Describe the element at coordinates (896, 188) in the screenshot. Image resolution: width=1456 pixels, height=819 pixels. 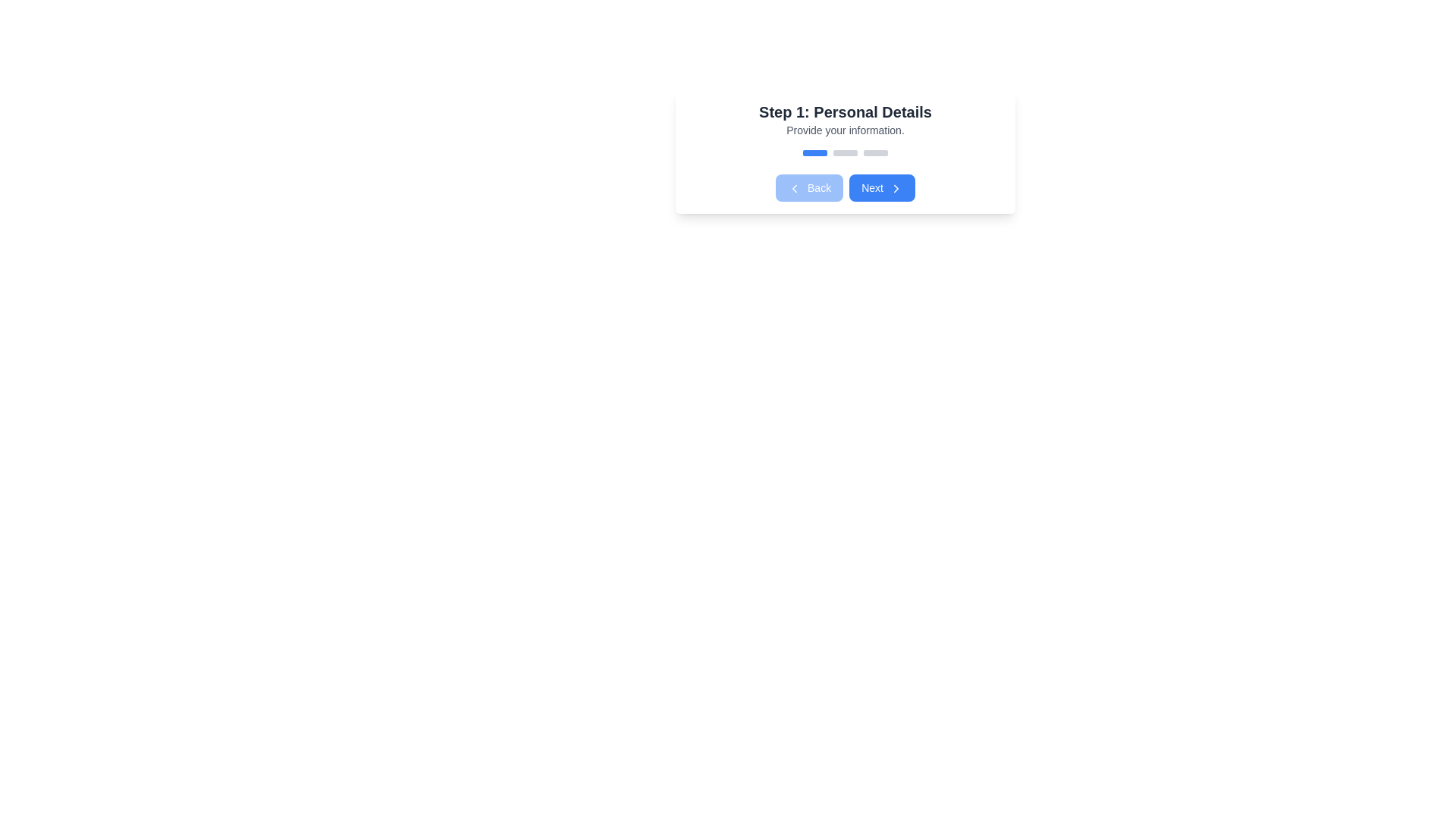
I see `the small right-pointing arrow icon with a blue background and white stroke inside the 'Next' button` at that location.